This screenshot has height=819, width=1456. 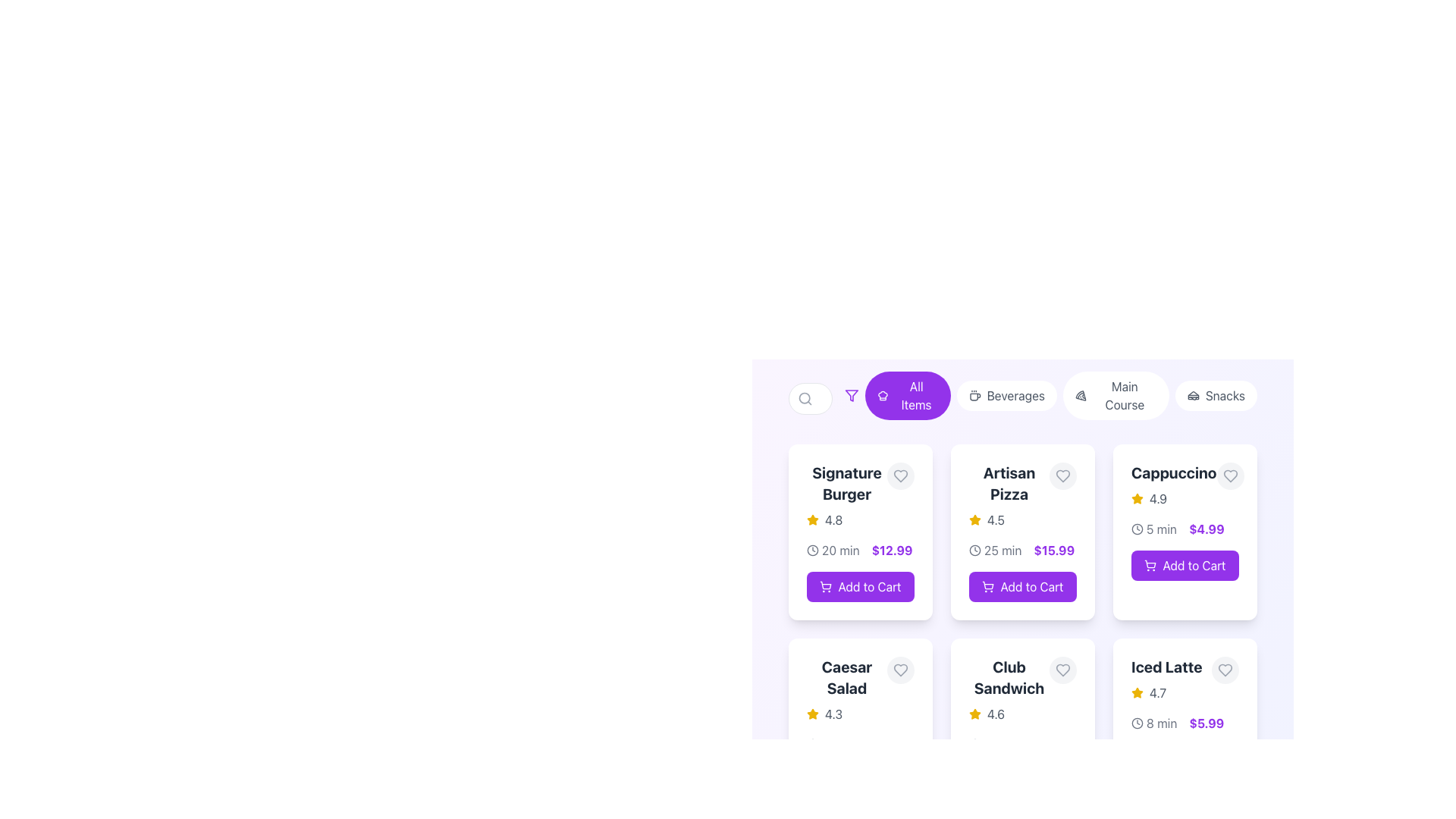 I want to click on the heart icon at the top-right corner of the 'Club Sandwich' card, so click(x=1062, y=669).